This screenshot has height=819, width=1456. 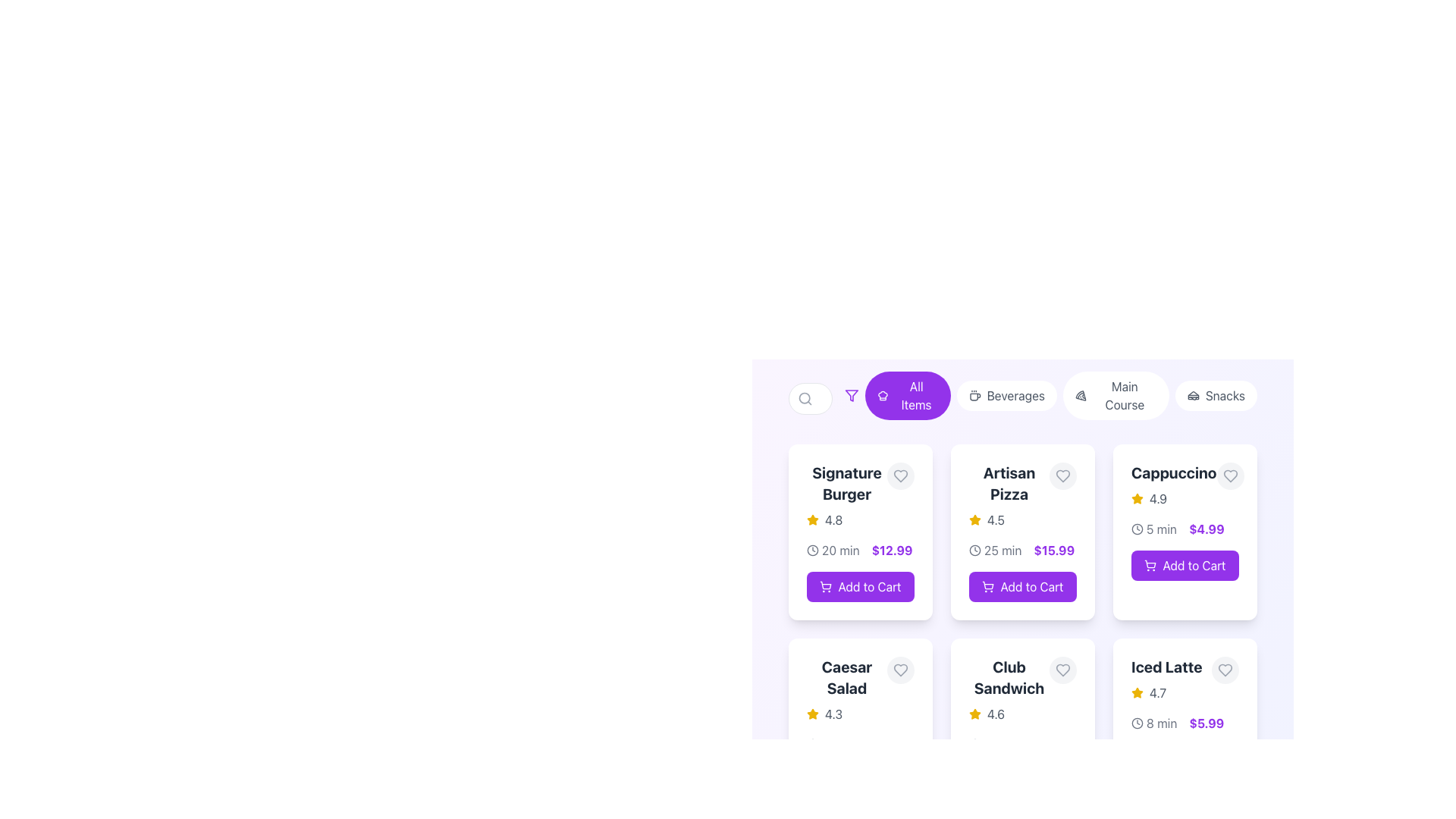 I want to click on the heart icon at the top-right corner of the 'Club Sandwich' card, so click(x=1062, y=669).